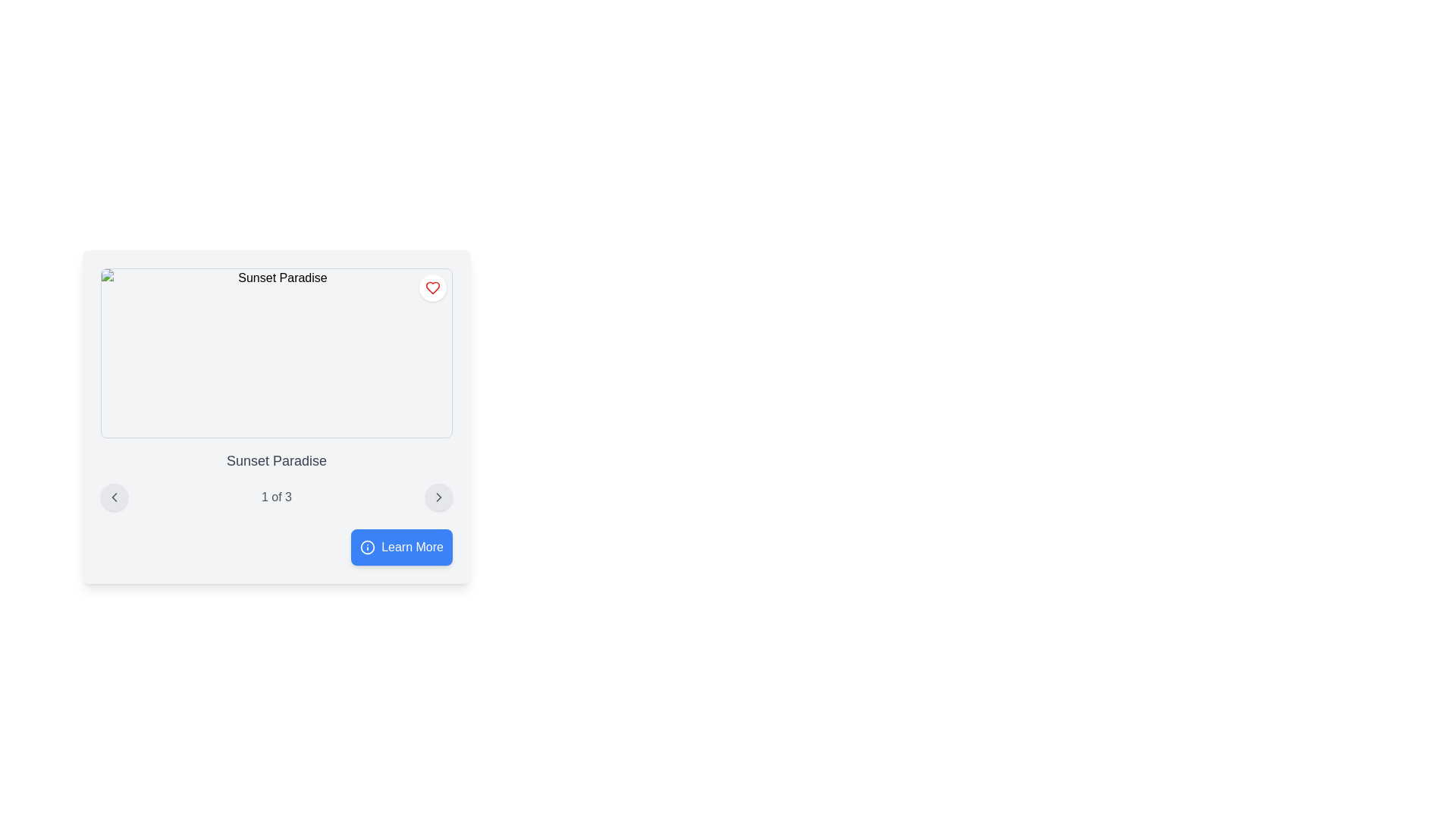  Describe the element at coordinates (276, 497) in the screenshot. I see `text from the Text Label that indicates the current position within a sequence, which is centrally positioned in the interface card, flanked by chevron icons` at that location.